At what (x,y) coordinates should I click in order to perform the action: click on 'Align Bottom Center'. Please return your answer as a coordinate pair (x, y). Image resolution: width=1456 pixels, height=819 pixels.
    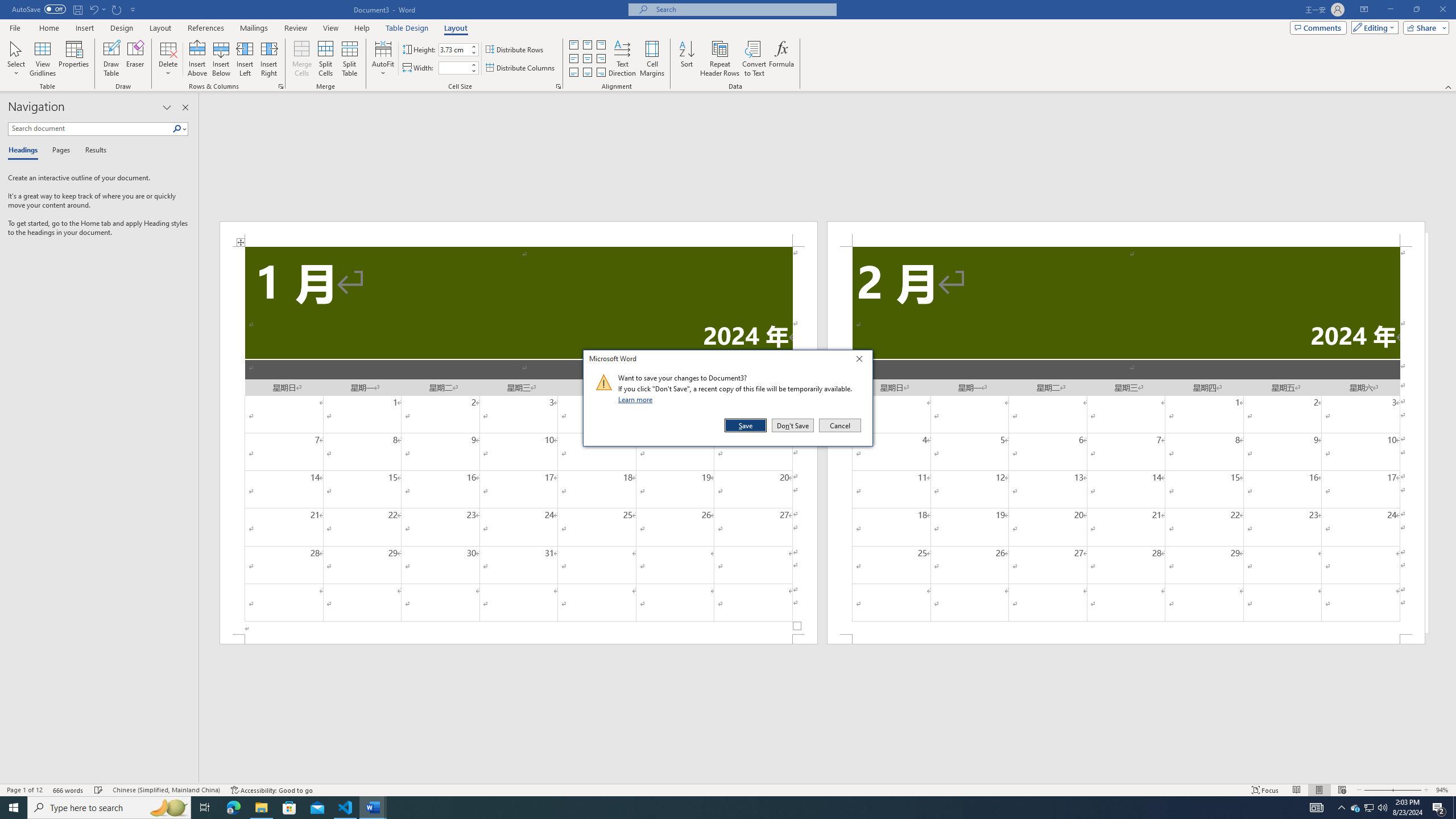
    Looking at the image, I should click on (586, 72).